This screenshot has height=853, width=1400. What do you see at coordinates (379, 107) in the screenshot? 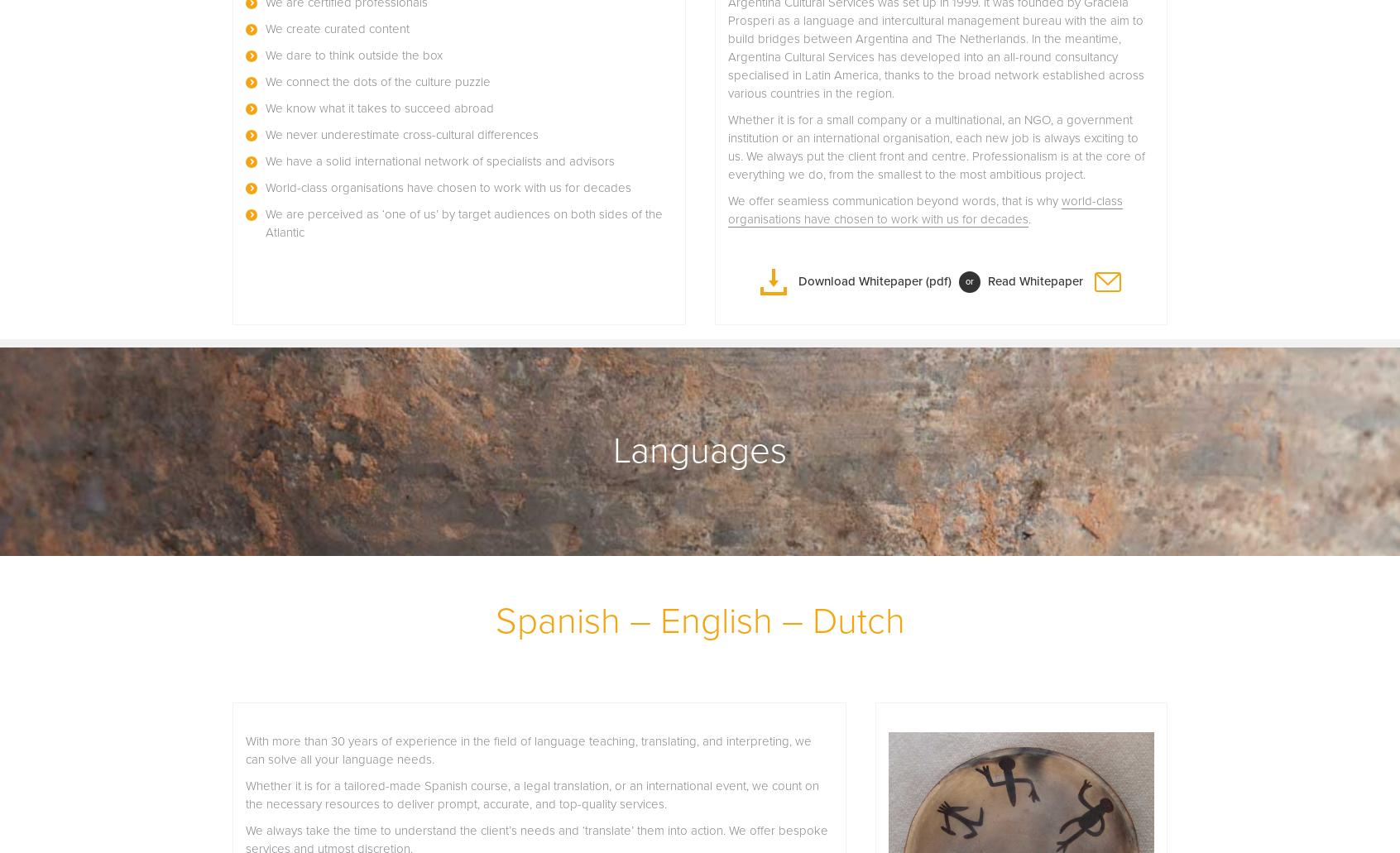
I see `'We know what it takes to succeed abroad'` at bounding box center [379, 107].